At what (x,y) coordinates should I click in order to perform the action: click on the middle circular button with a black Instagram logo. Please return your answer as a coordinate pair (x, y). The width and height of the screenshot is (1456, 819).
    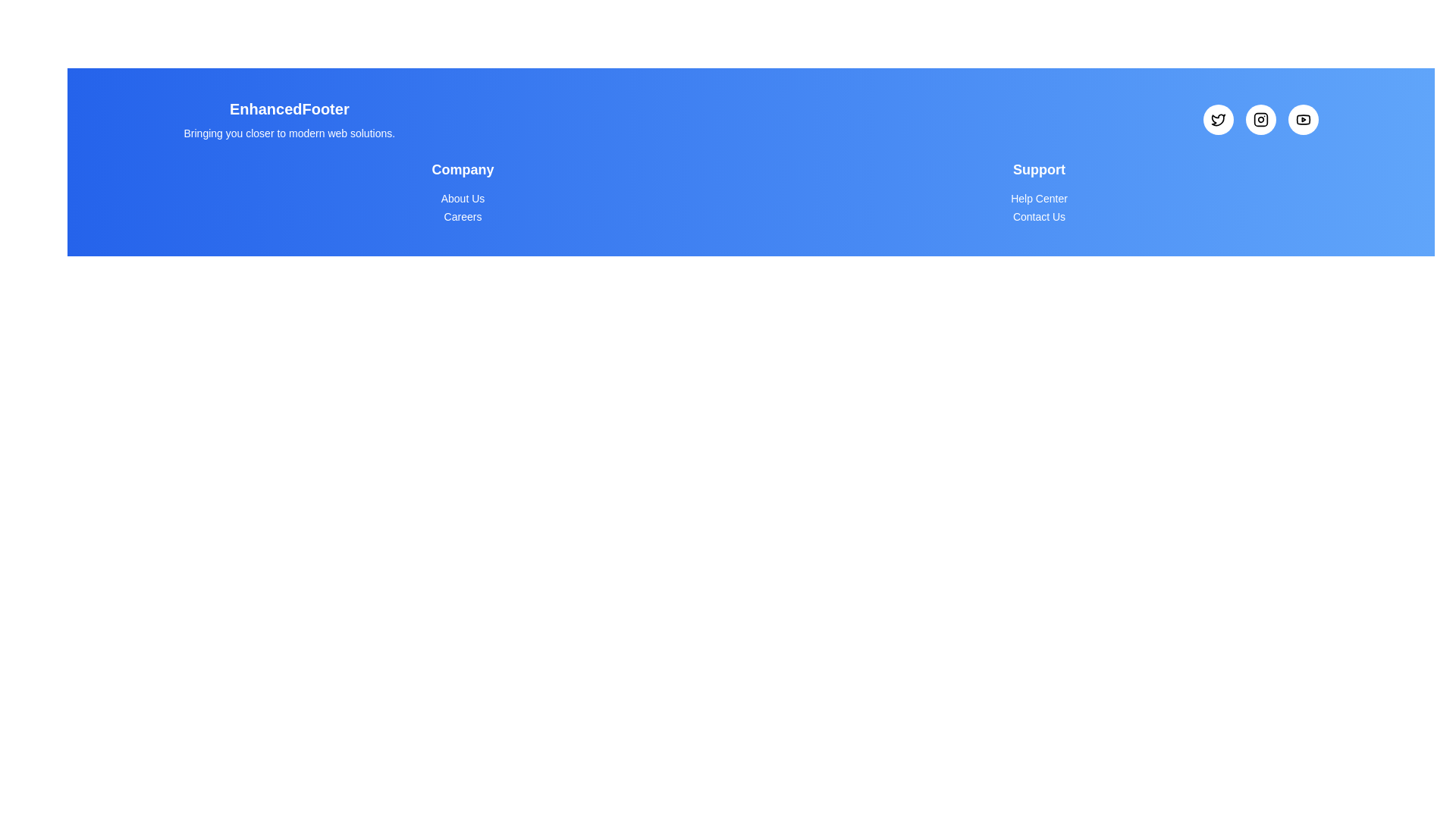
    Looking at the image, I should click on (1260, 119).